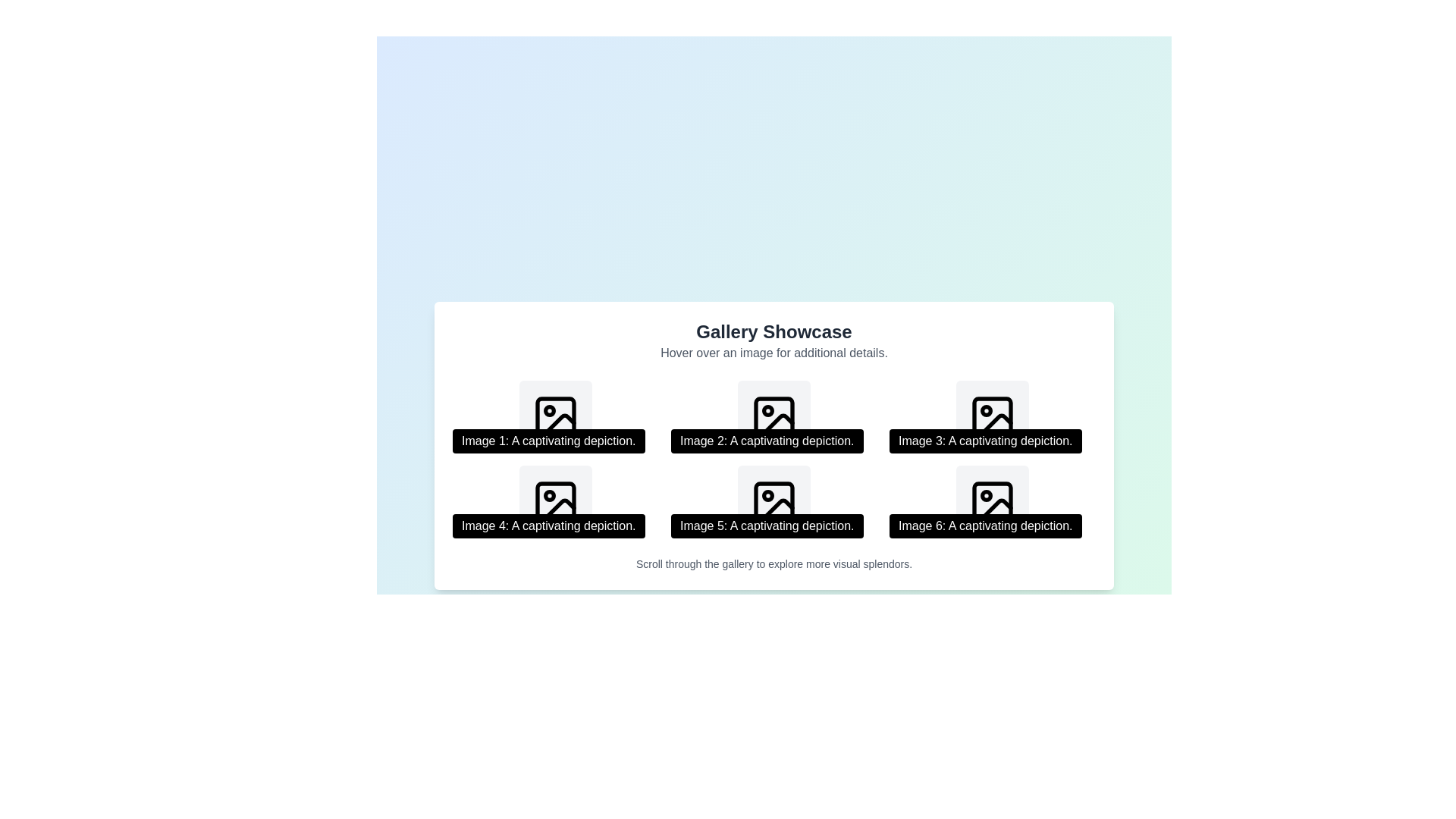 The height and width of the screenshot is (819, 1456). I want to click on the second image placeholder icon in the top row of the gallery interface, so click(774, 417).